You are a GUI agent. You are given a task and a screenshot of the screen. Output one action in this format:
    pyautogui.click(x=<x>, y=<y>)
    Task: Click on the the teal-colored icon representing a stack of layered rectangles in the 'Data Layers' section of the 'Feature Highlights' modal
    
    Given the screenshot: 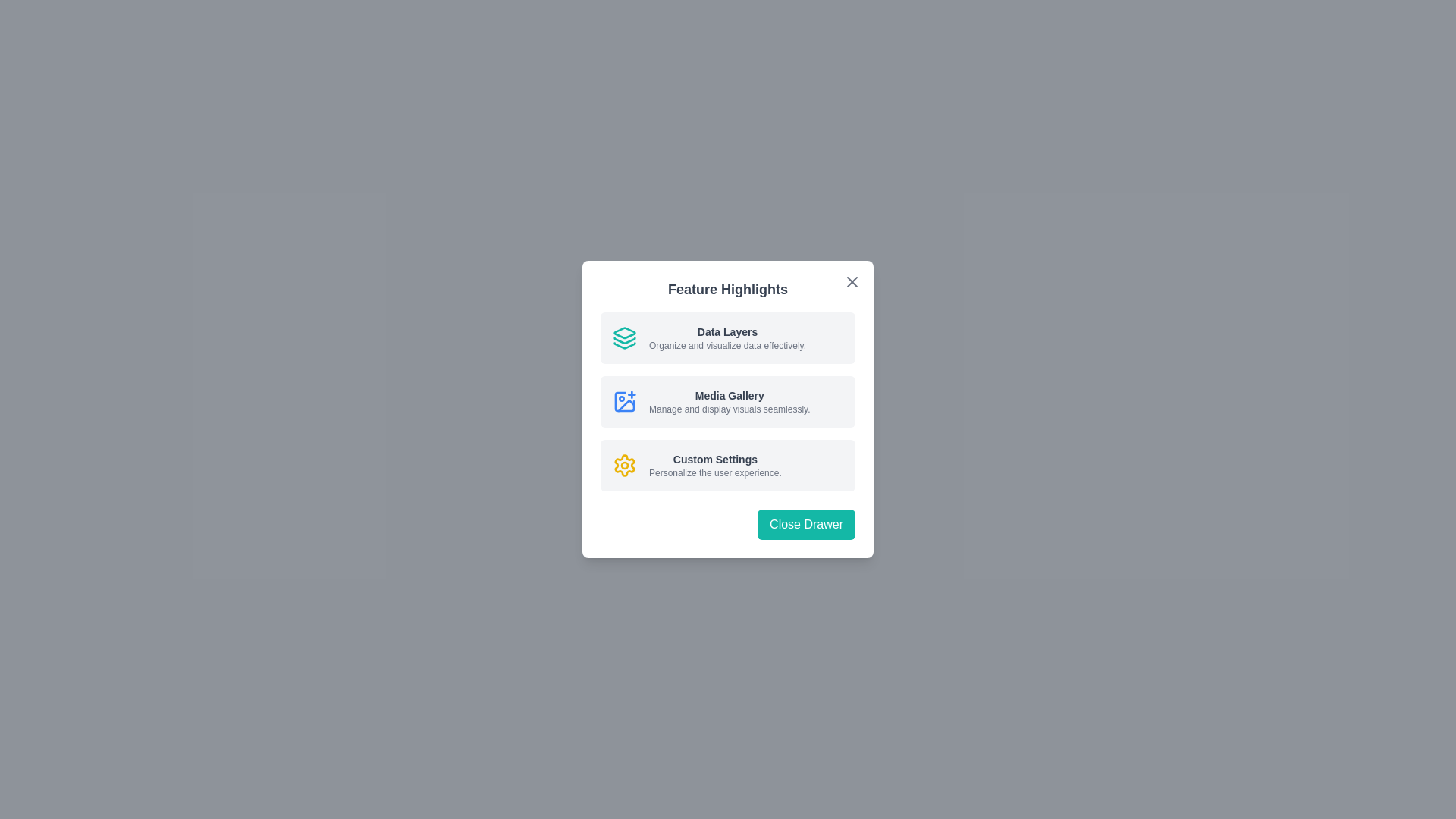 What is the action you would take?
    pyautogui.click(x=625, y=337)
    